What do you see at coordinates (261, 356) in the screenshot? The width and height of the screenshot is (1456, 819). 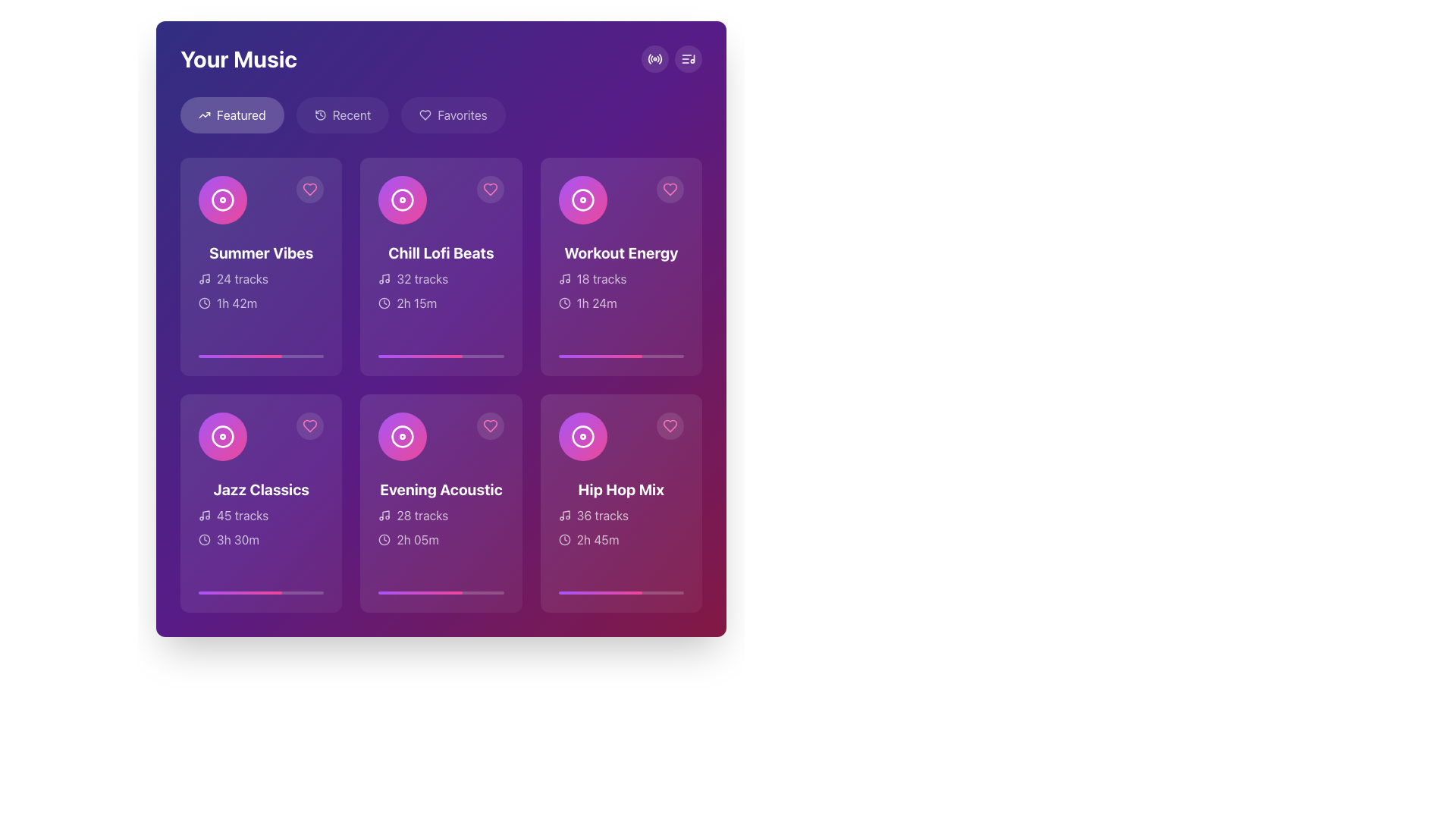 I see `the horizontal progress bar with a gradient fill transitioning from purple to pink, located beneath the text '1h 42m' in the 'Summer Vibes' card` at bounding box center [261, 356].